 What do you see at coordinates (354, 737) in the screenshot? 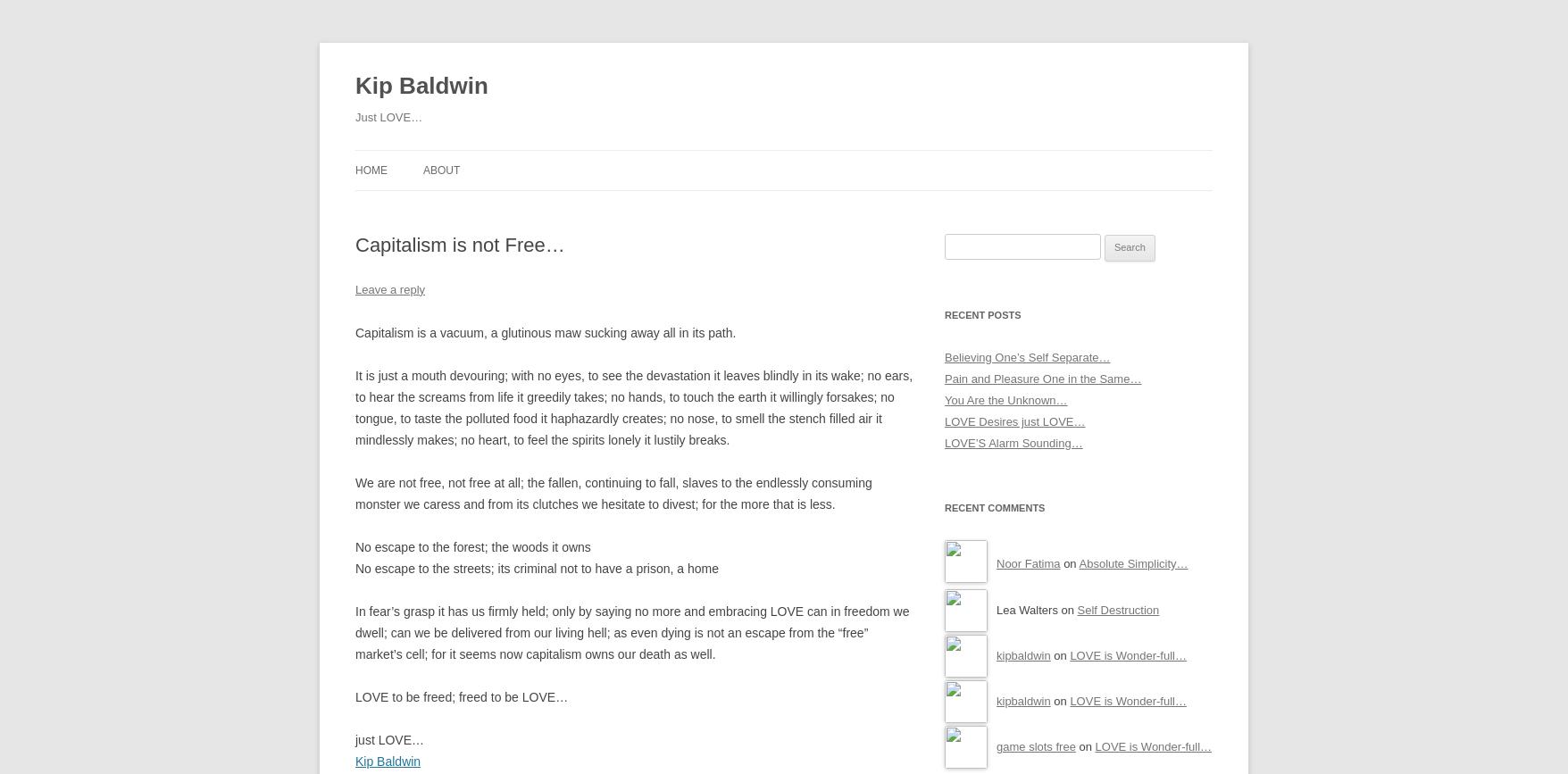
I see `'just LOVE…'` at bounding box center [354, 737].